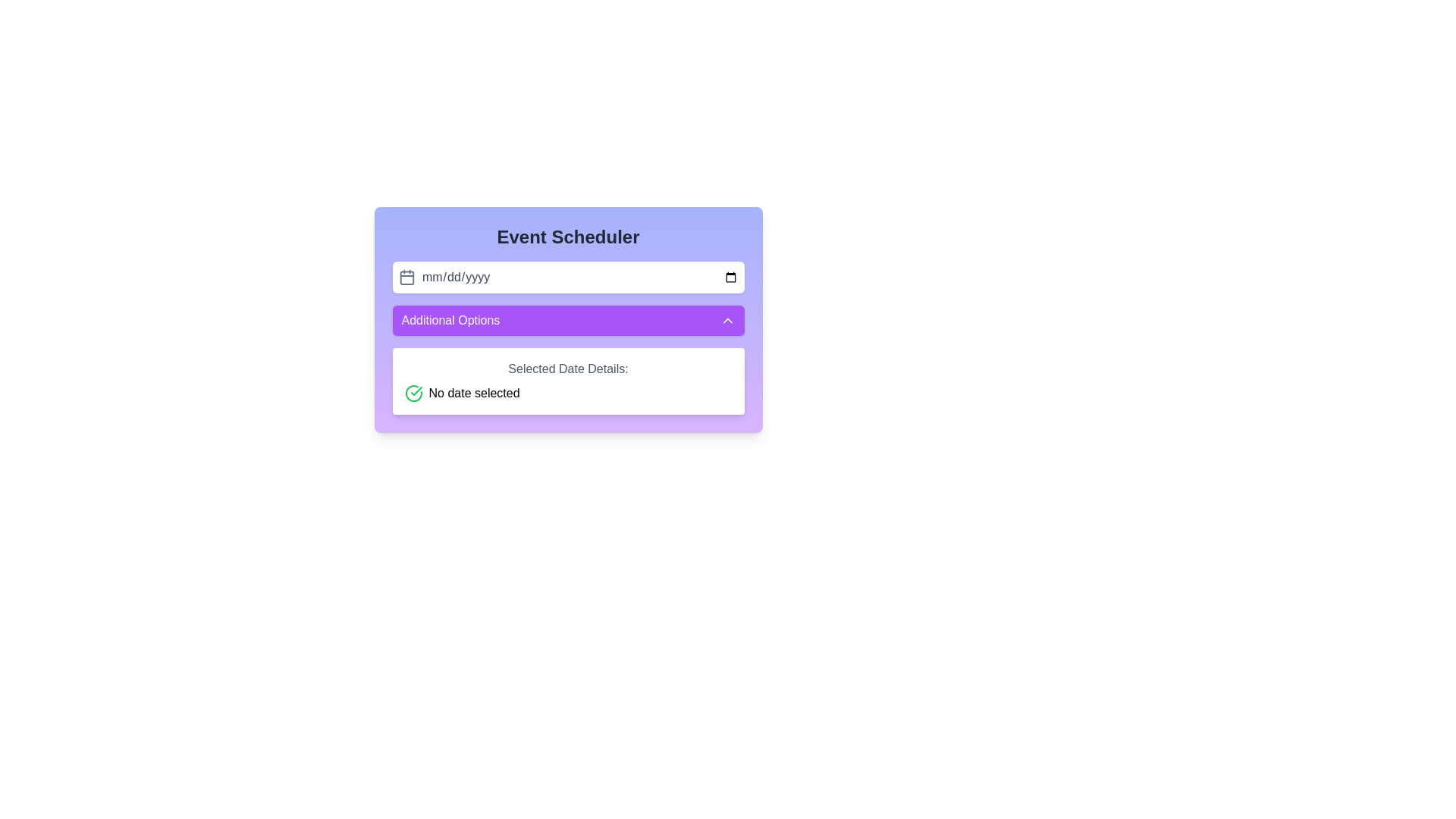 The height and width of the screenshot is (819, 1456). I want to click on the purple button labeled 'Additional Options' located below the date selection input field, so click(567, 320).